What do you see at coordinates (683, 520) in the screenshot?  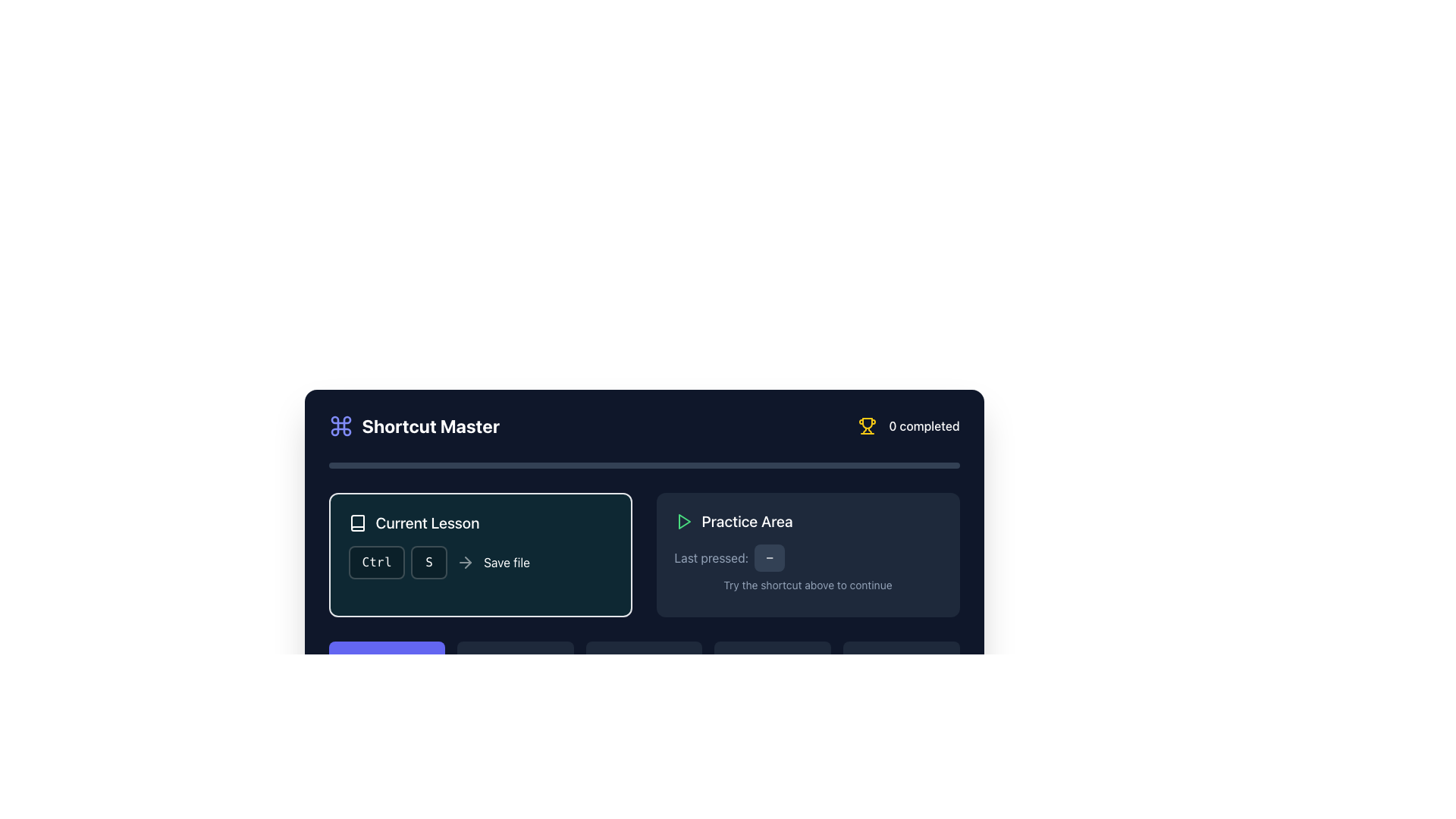 I see `the play button icon, which resembles a triangle and is located in the 'Practice Area' section of the application interface` at bounding box center [683, 520].